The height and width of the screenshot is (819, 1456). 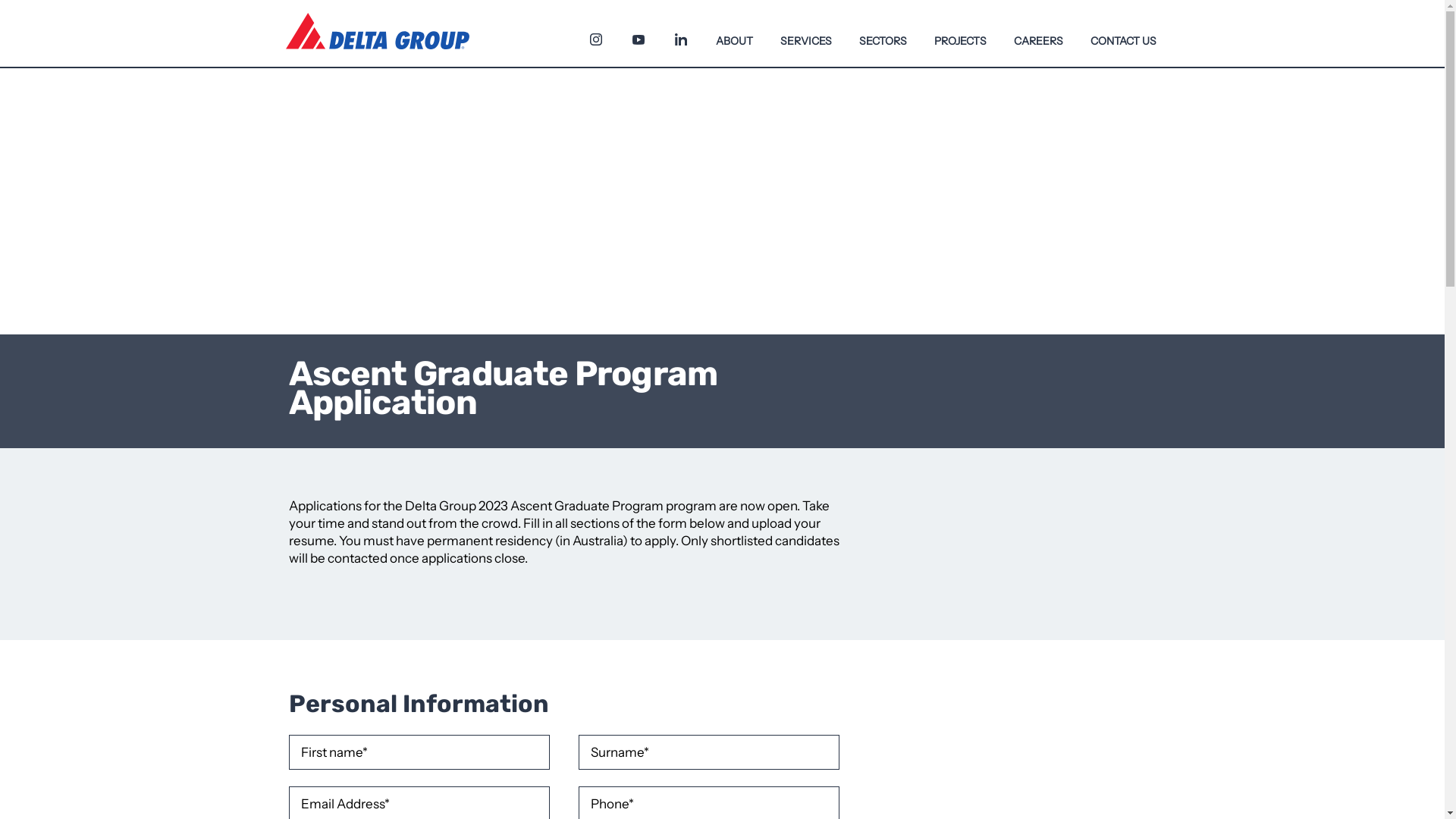 I want to click on 'PROJECTS', so click(x=959, y=33).